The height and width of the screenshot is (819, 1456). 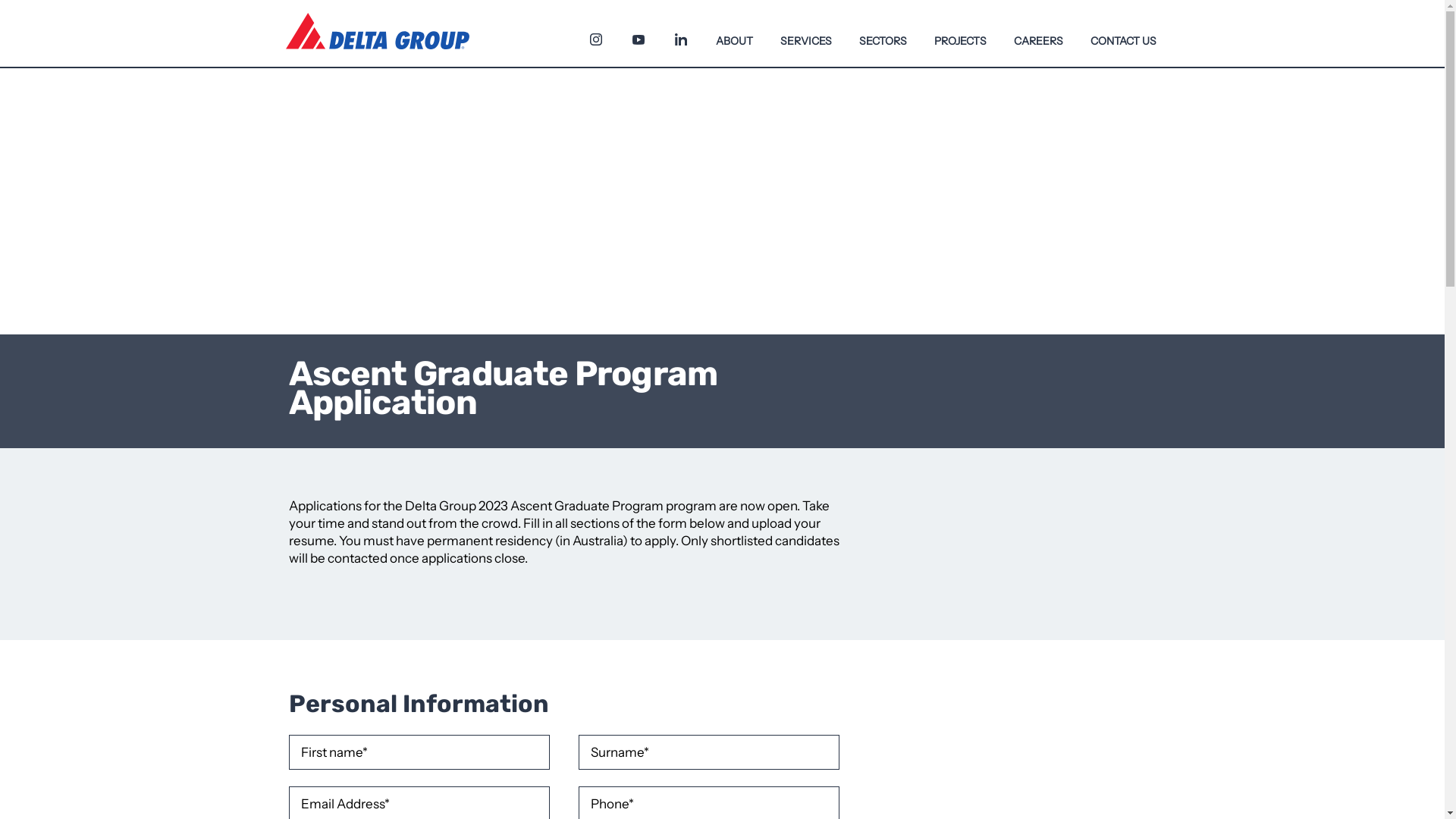 I want to click on 'PROJECTS', so click(x=959, y=33).